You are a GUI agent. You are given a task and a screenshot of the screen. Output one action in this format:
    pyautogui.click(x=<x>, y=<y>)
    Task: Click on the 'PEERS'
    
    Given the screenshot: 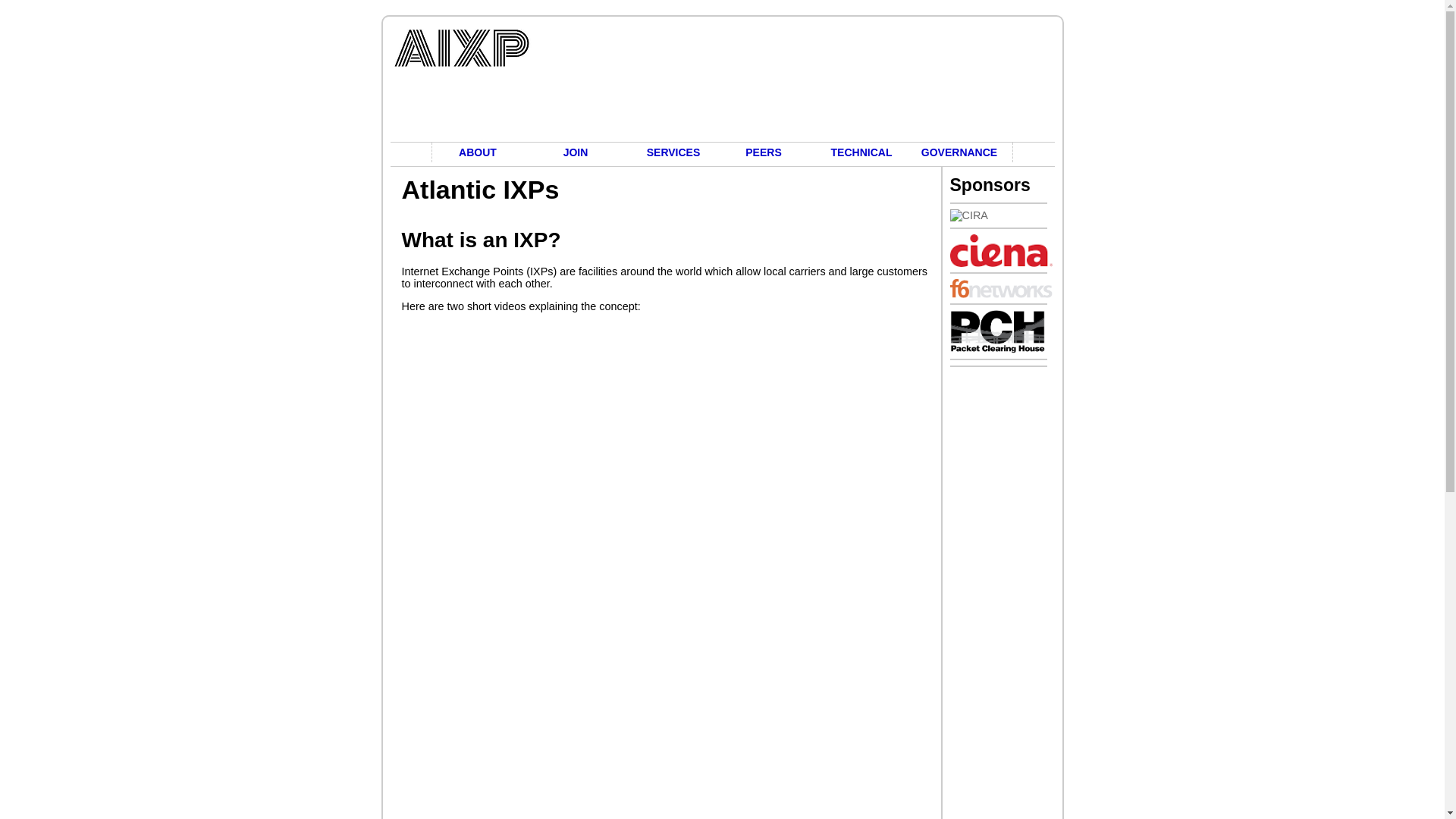 What is the action you would take?
    pyautogui.click(x=767, y=152)
    